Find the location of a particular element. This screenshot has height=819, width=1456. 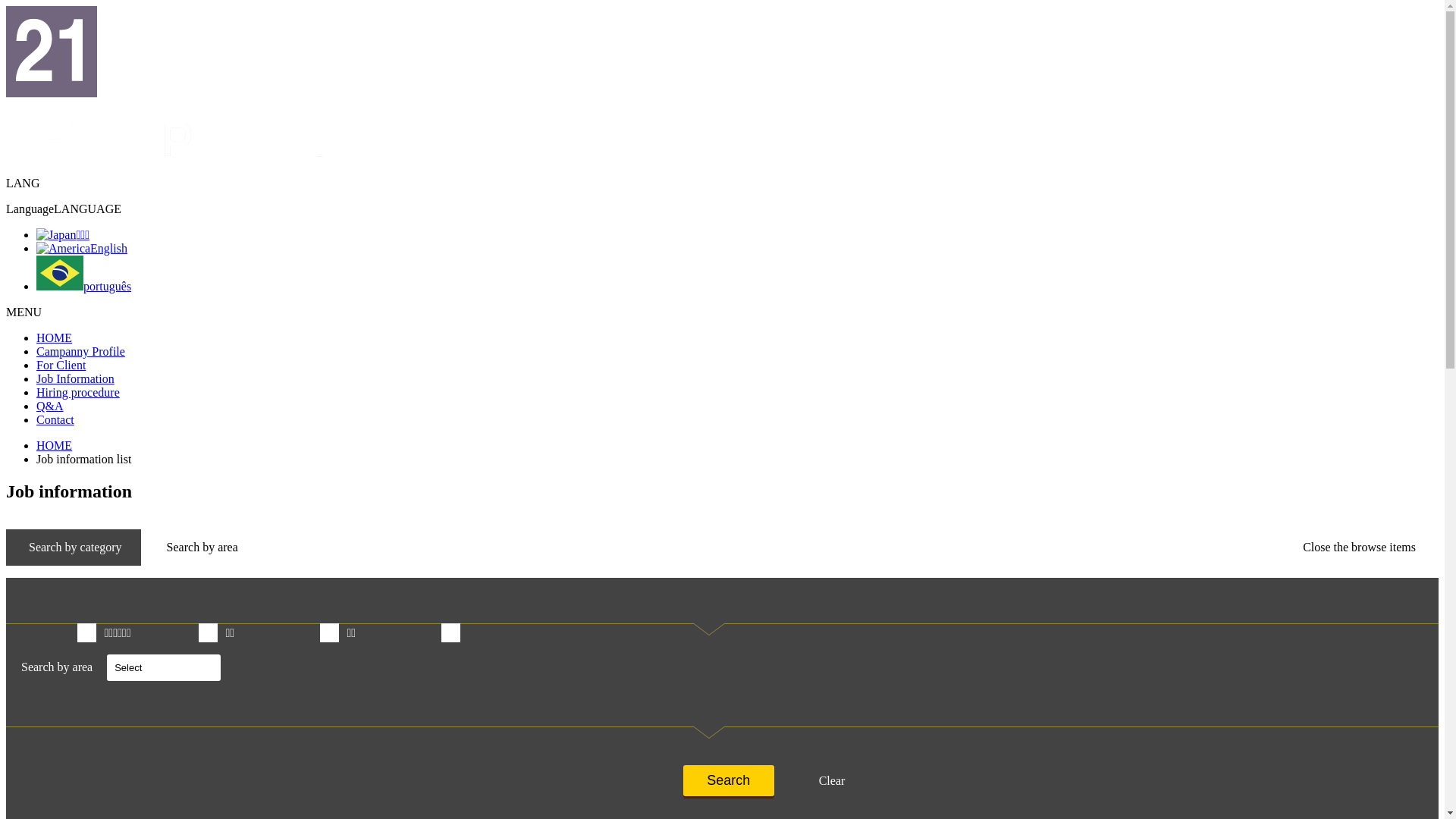

'Search' is located at coordinates (728, 780).